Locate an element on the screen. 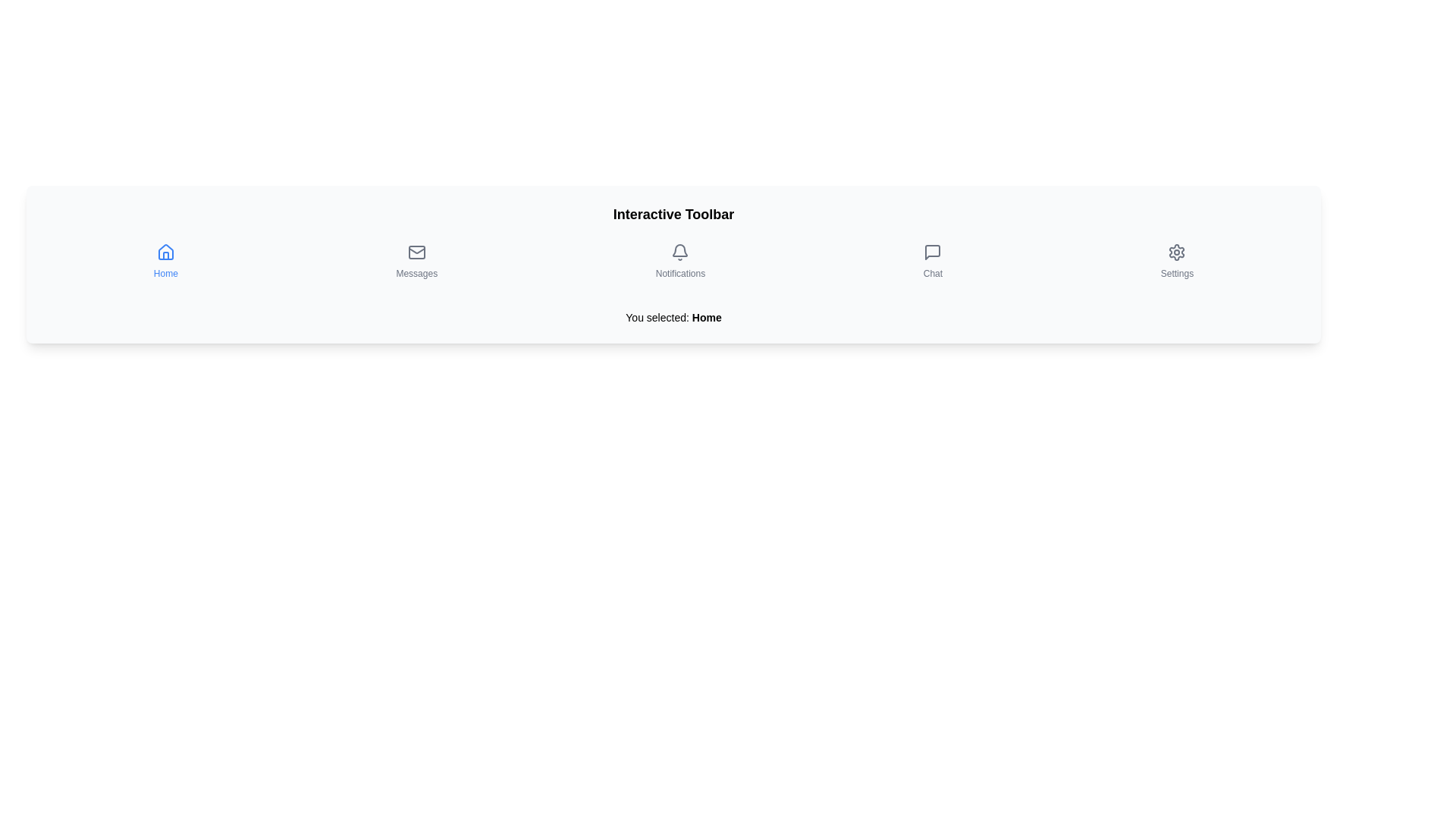 The height and width of the screenshot is (819, 1456). the bell icon in the Notifications button is located at coordinates (679, 251).